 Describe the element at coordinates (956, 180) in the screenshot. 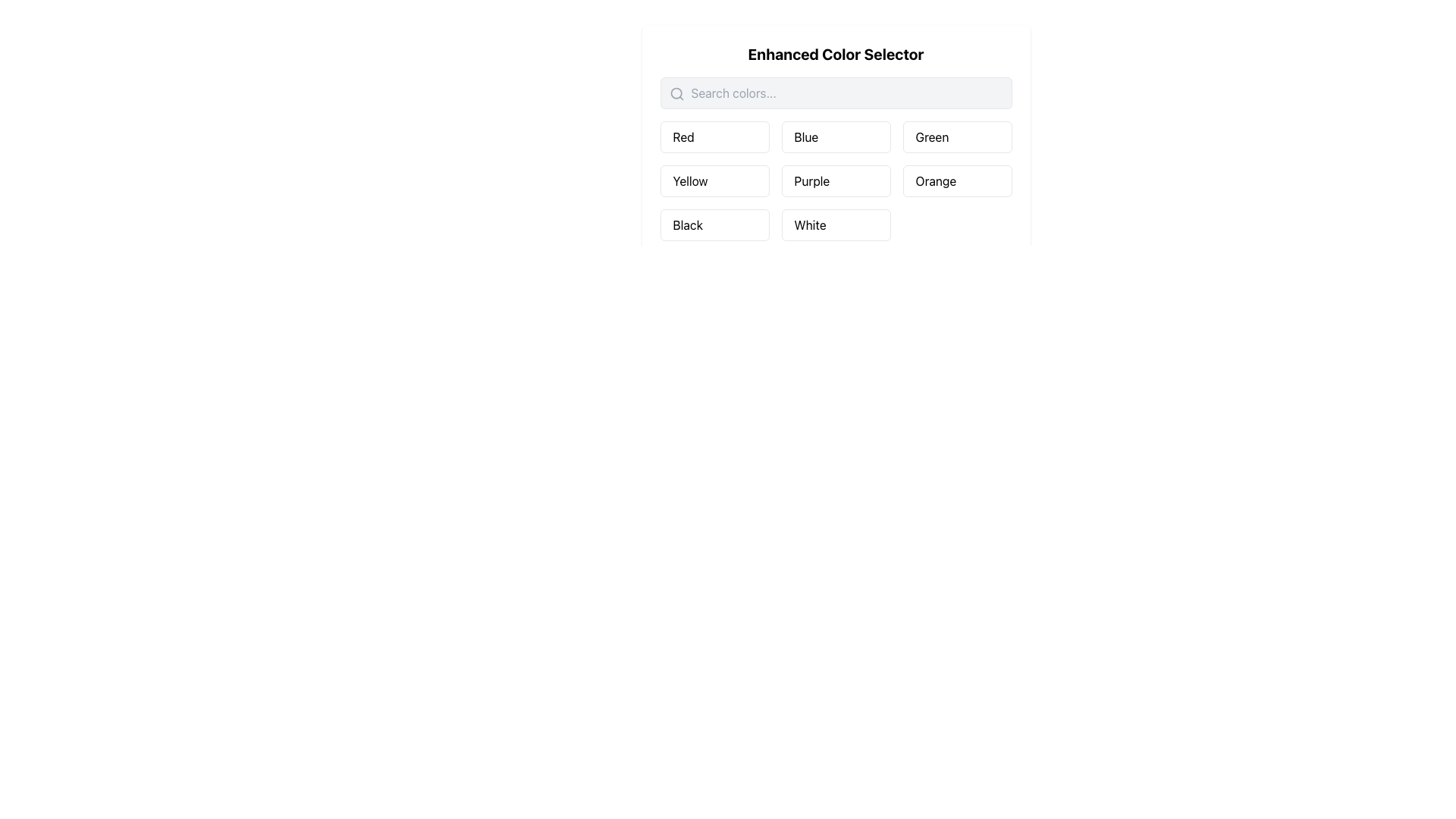

I see `the sixth button in the grid layout` at that location.